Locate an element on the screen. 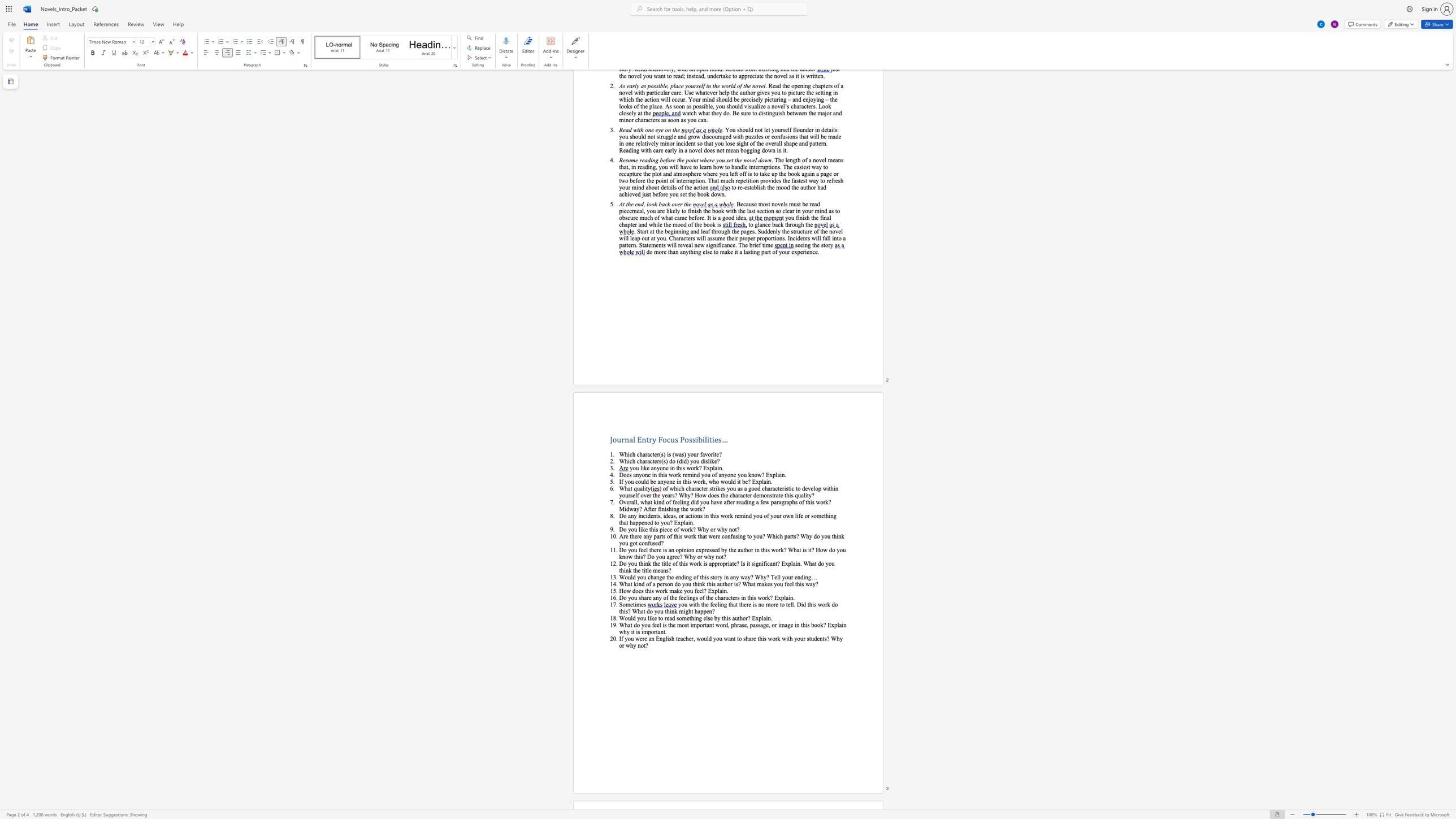  the subset text "qualit" within the text "this quality?" is located at coordinates (794, 495).